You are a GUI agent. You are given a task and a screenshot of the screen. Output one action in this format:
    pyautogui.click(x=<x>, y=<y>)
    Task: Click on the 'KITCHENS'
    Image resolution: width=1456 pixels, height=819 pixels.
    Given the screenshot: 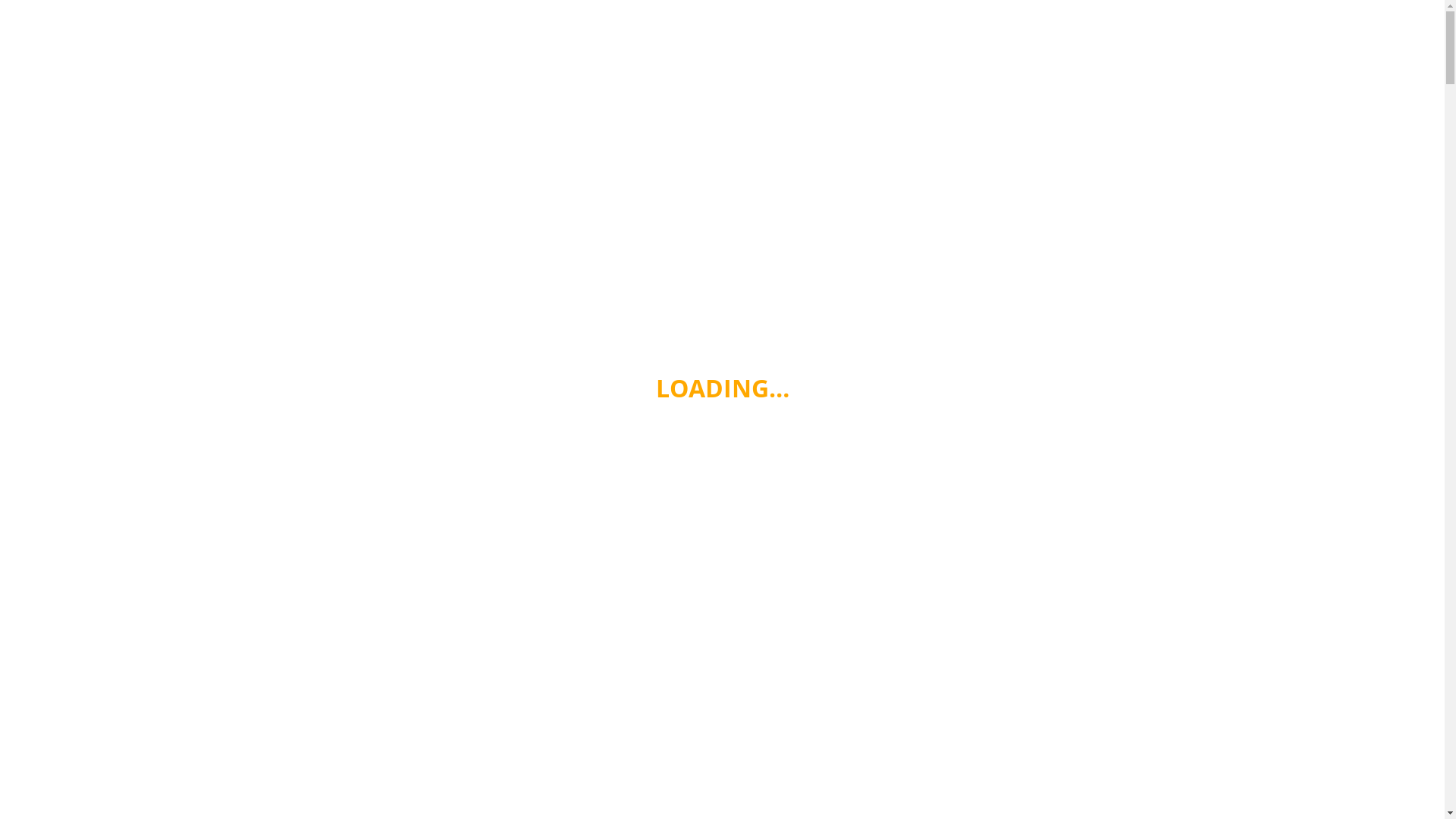 What is the action you would take?
    pyautogui.click(x=1040, y=20)
    